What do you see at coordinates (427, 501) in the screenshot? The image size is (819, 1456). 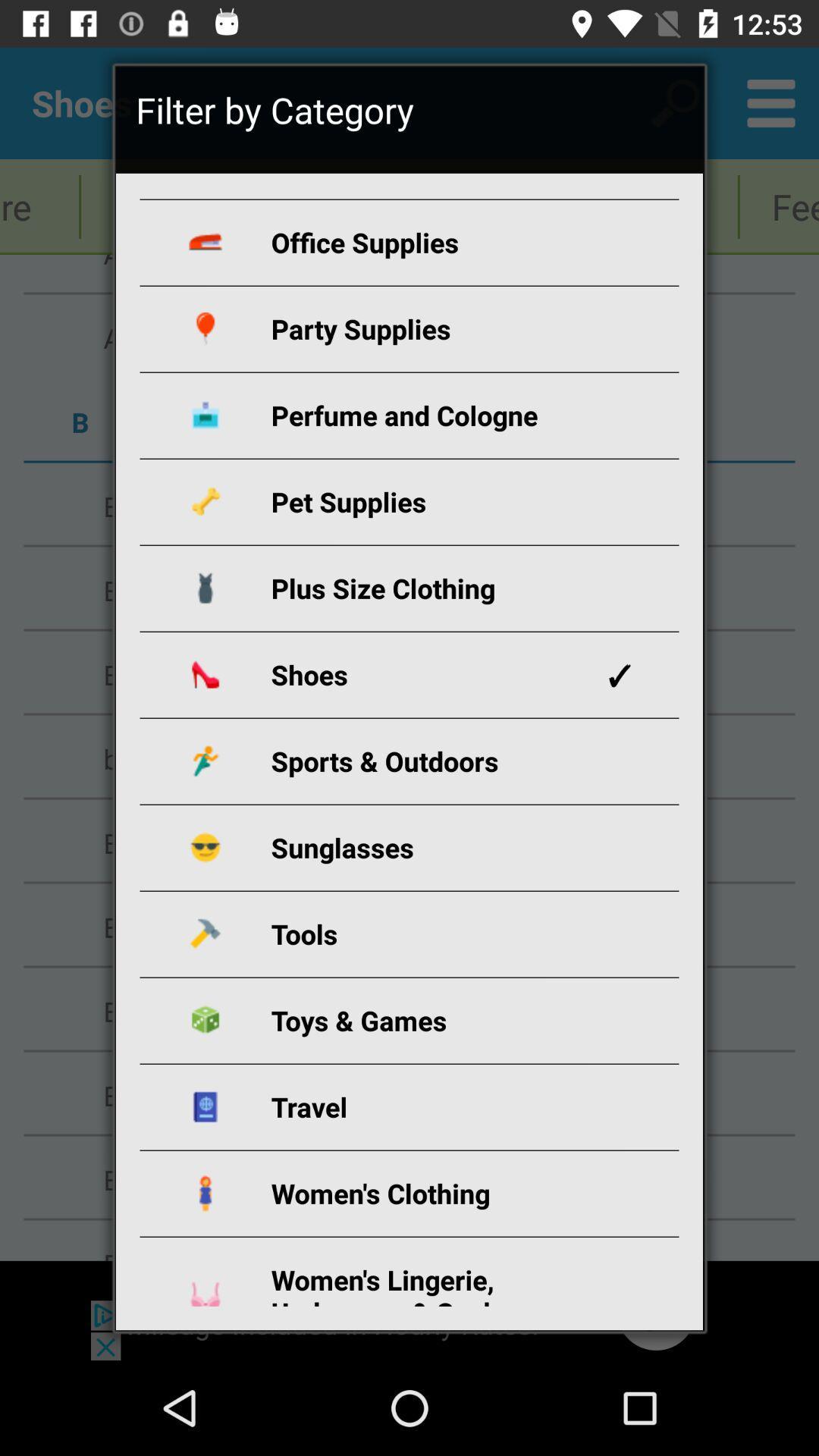 I see `the pet supplies app` at bounding box center [427, 501].